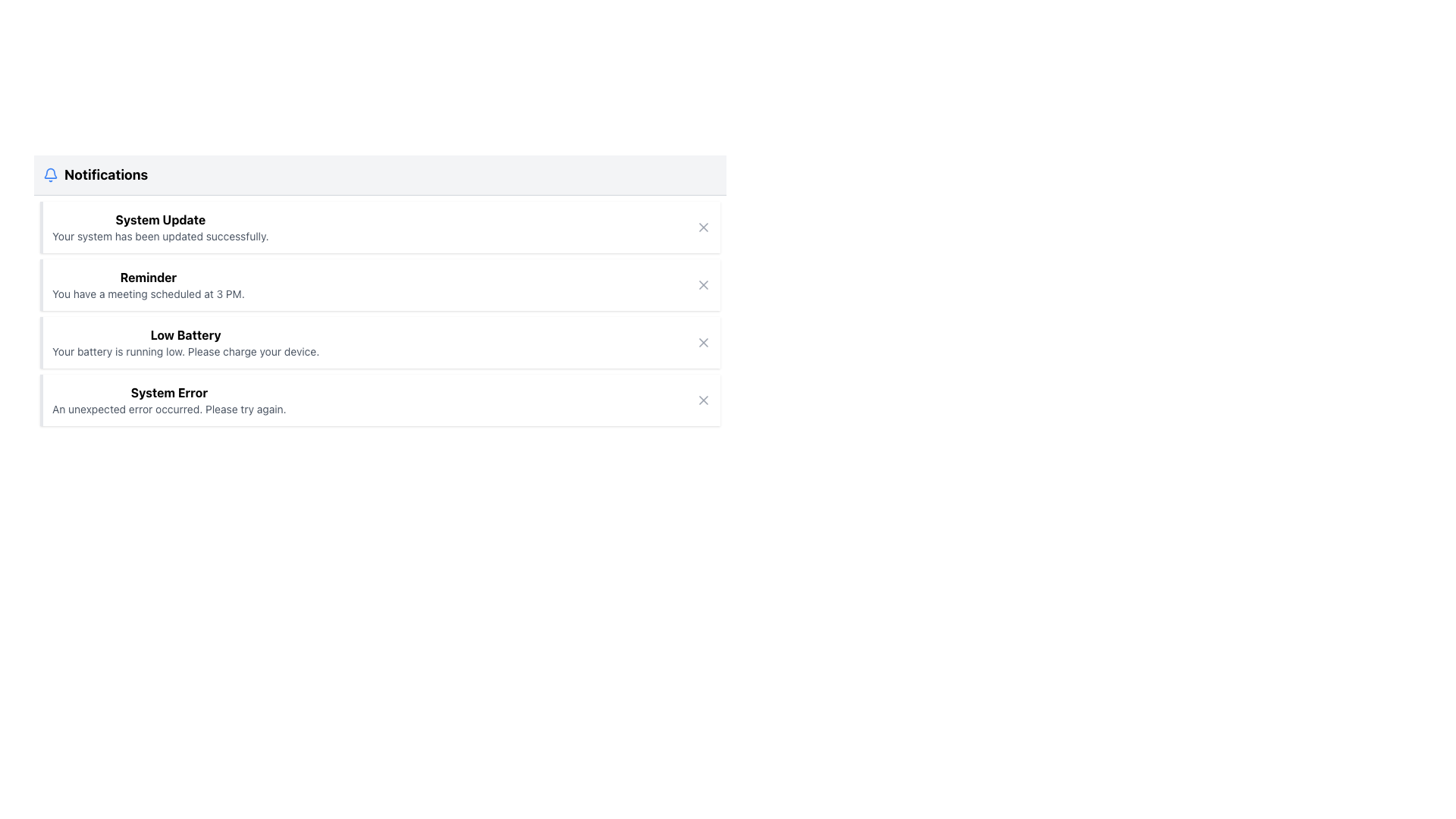 The image size is (1456, 819). What do you see at coordinates (702, 227) in the screenshot?
I see `the Close button icon (X) located at the far right of the 'System Update' notification` at bounding box center [702, 227].